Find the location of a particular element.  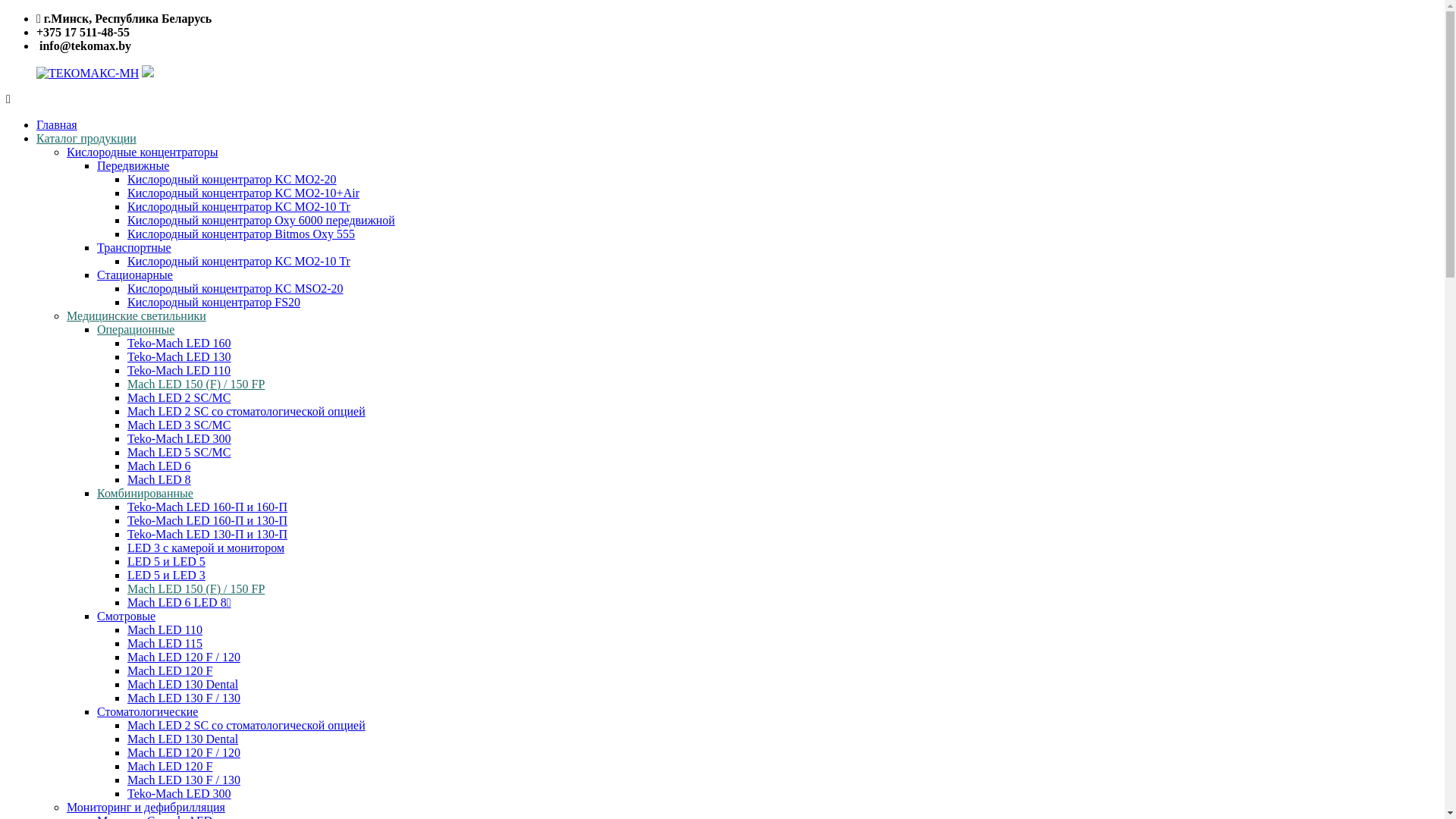

'Mach LED 3 SC/MC' is located at coordinates (178, 425).